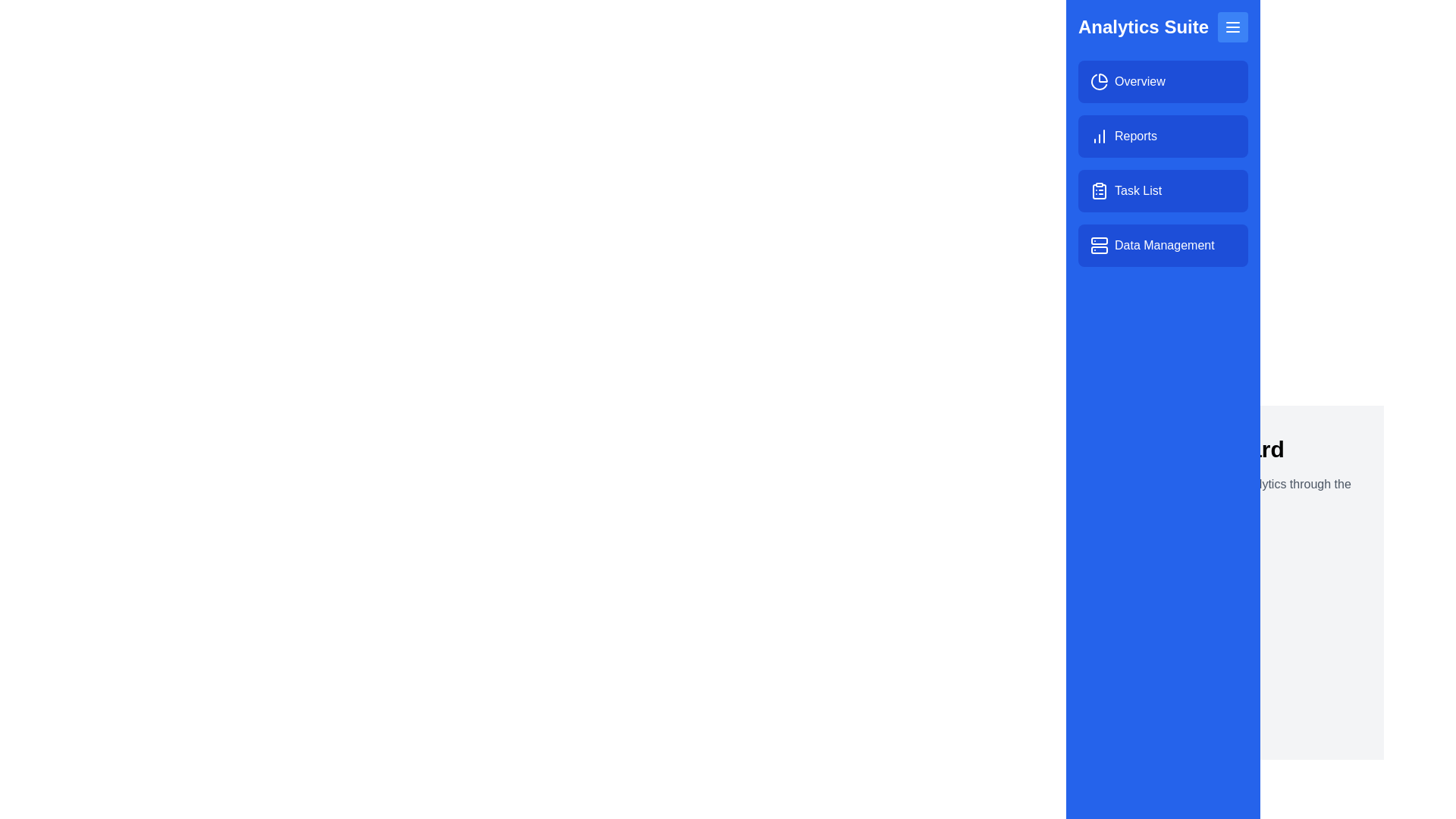 This screenshot has height=819, width=1456. What do you see at coordinates (1163, 136) in the screenshot?
I see `the menu item labeled Reports` at bounding box center [1163, 136].